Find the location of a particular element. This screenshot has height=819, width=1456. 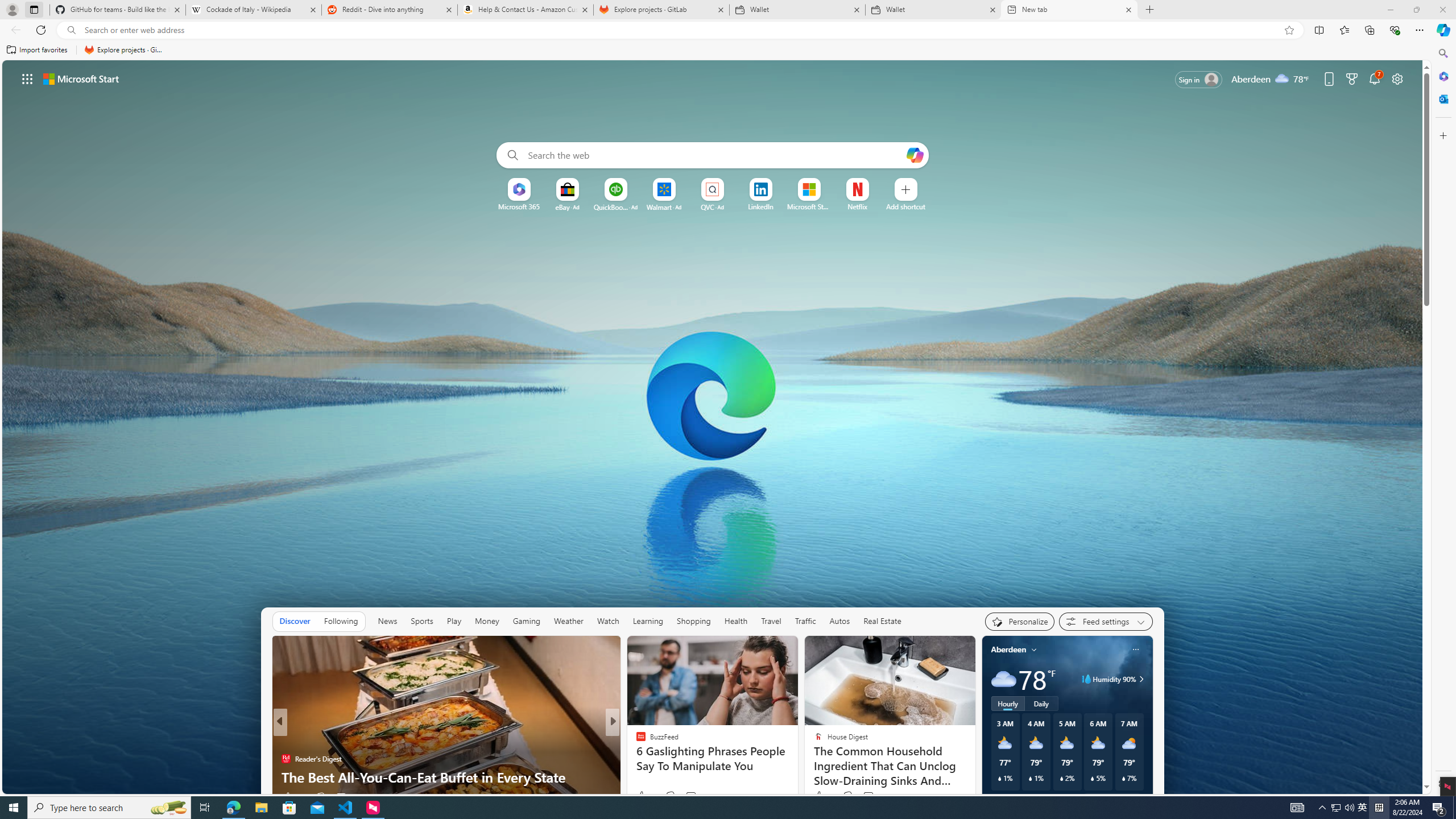

'News' is located at coordinates (387, 621).